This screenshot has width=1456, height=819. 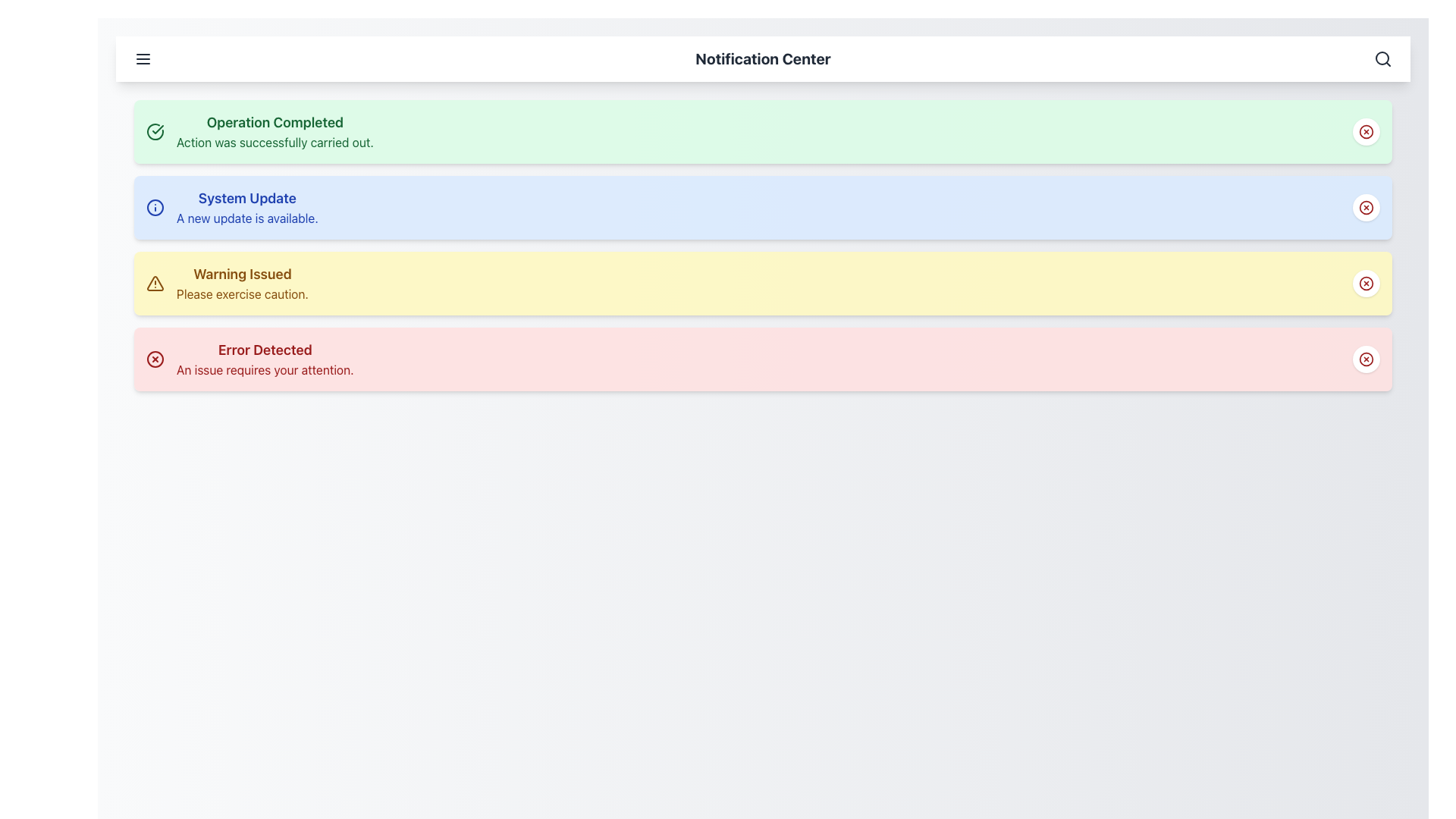 What do you see at coordinates (241, 275) in the screenshot?
I see `the static text label displaying 'Warning Issued' that is part of a notification with a yellow background, centrally located in the third notification of the vertically stacked list` at bounding box center [241, 275].